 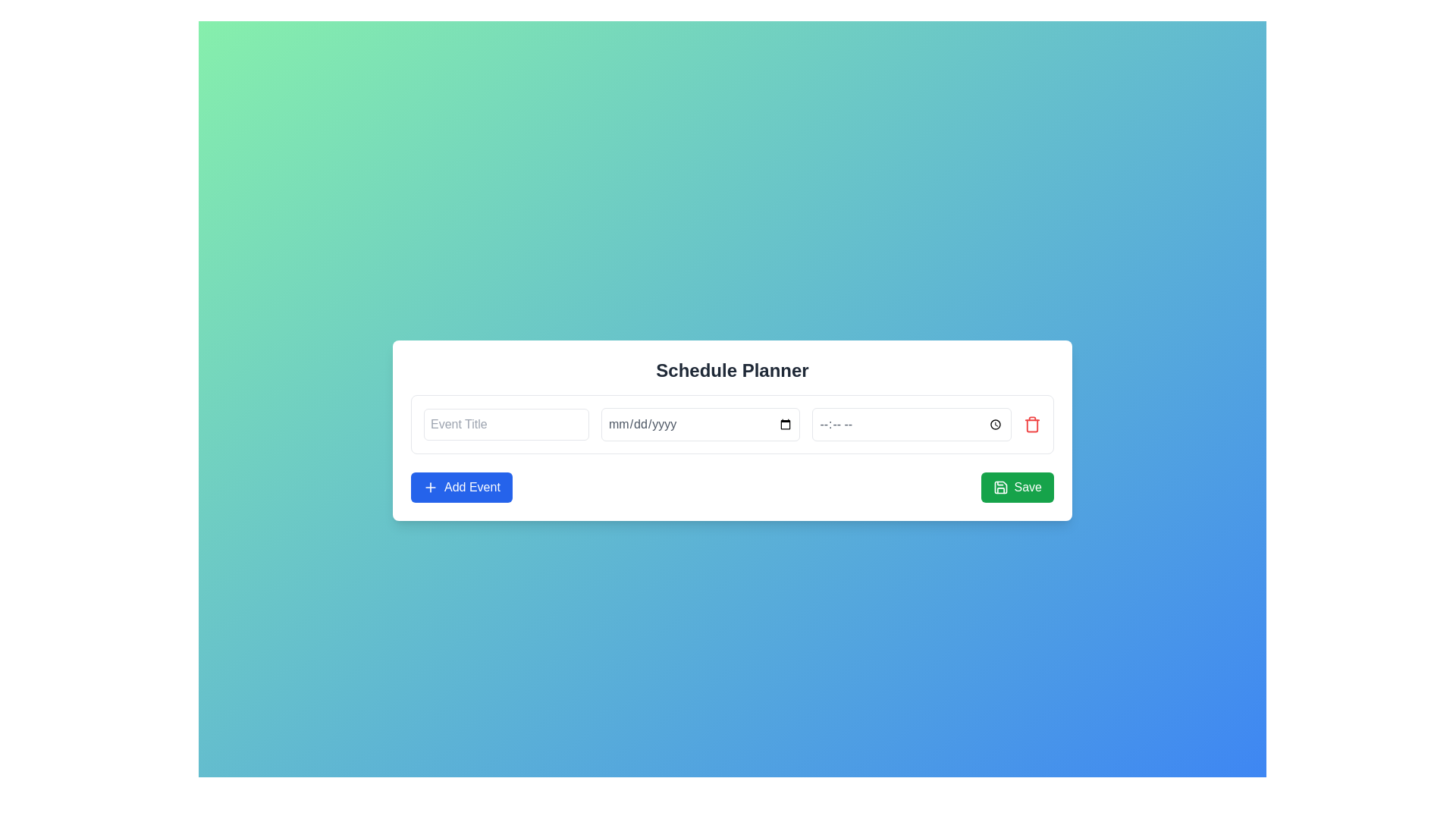 I want to click on 'Add Event' icon located to the left of the text 'Add Event' within the blue button on the lower left section of the white panel, so click(x=429, y=488).